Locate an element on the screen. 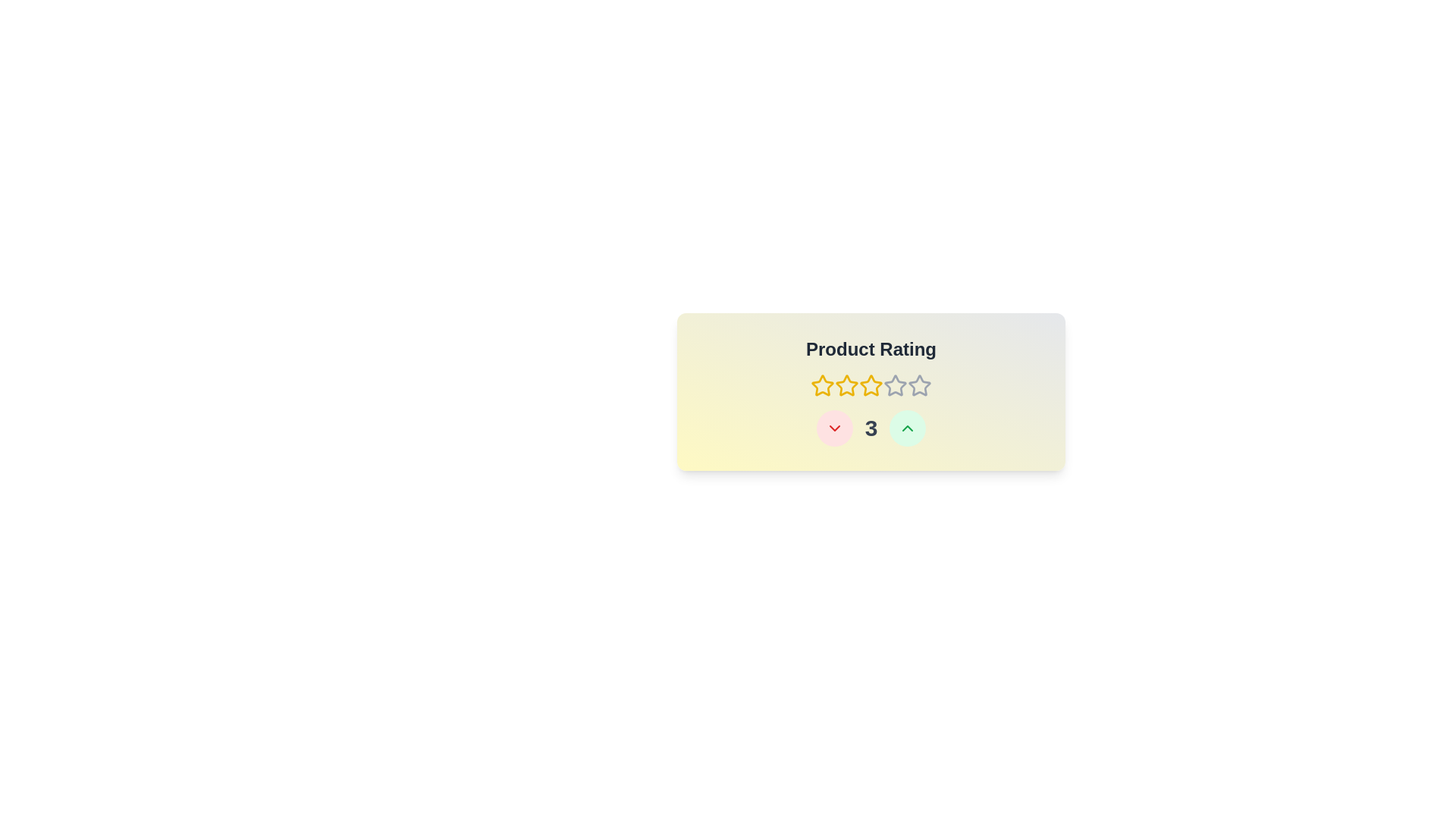 The width and height of the screenshot is (1456, 819). the fifth star-shaped icon in a row of five stars located below the 'Product Rating' header to rate it is located at coordinates (919, 384).